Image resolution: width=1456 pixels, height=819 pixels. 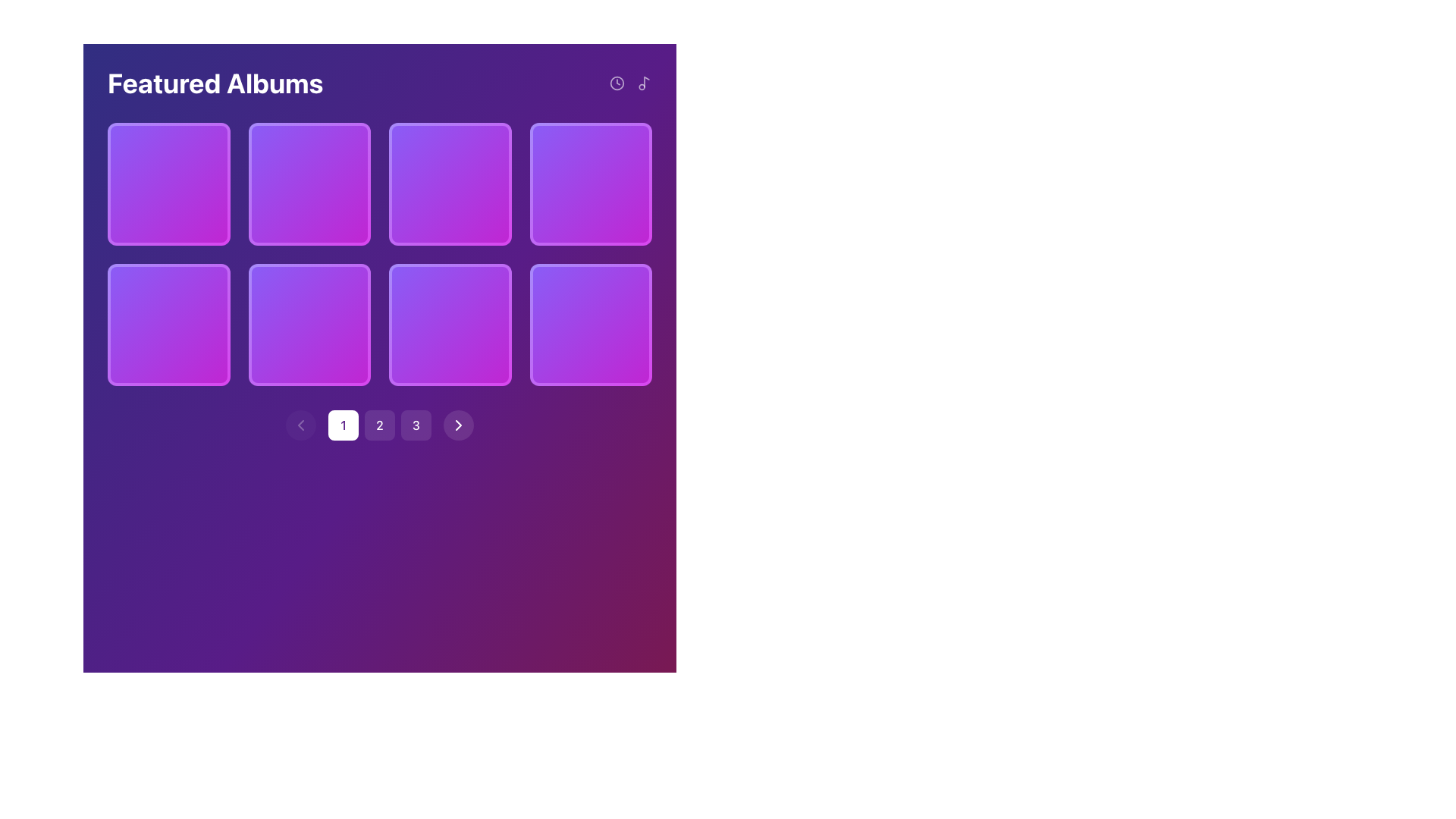 What do you see at coordinates (309, 324) in the screenshot?
I see `the album card located in the second row and second column of the grid layout` at bounding box center [309, 324].